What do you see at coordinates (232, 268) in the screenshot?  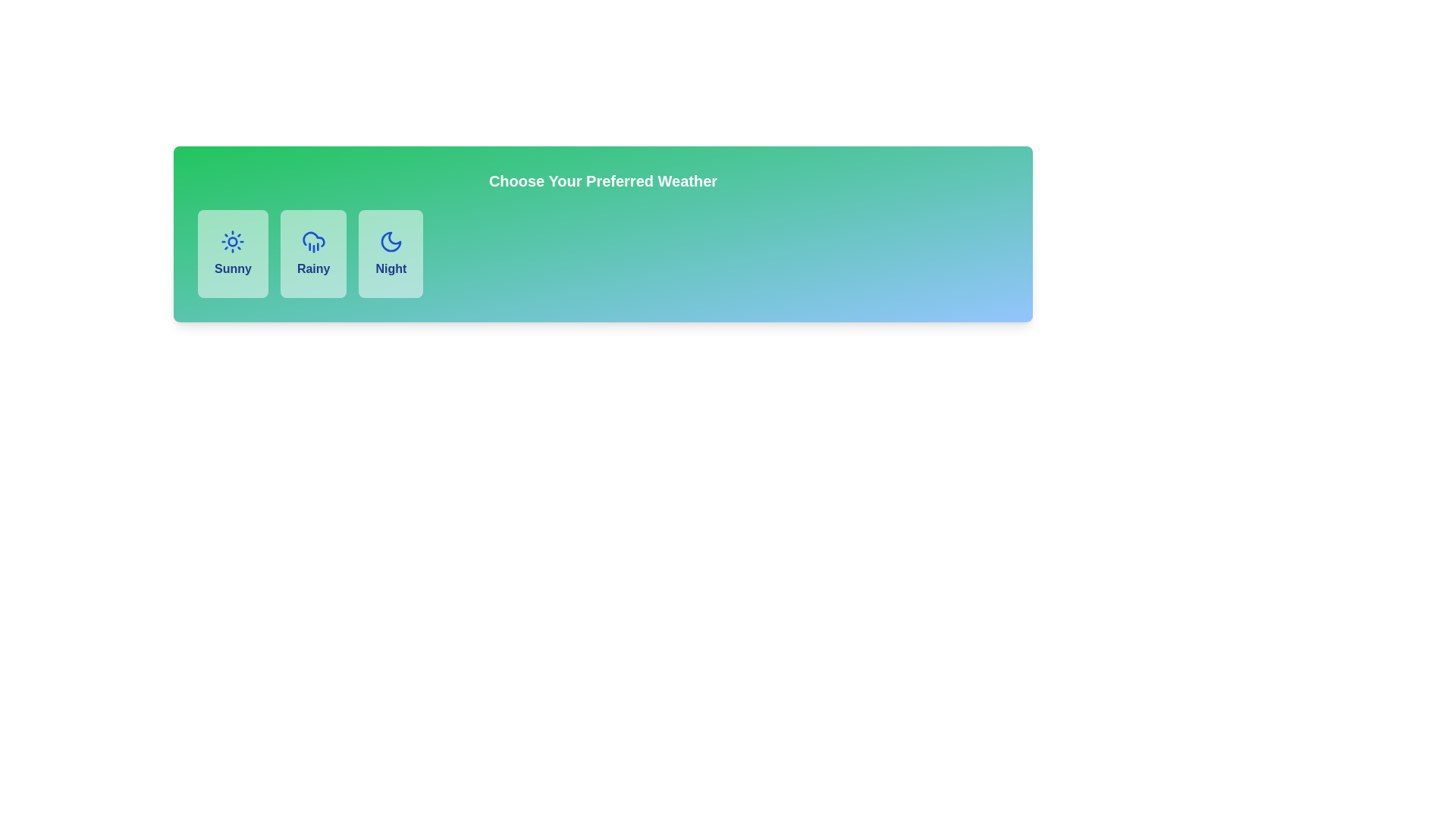 I see `the static text label associated with the 'Sunny' weather option` at bounding box center [232, 268].